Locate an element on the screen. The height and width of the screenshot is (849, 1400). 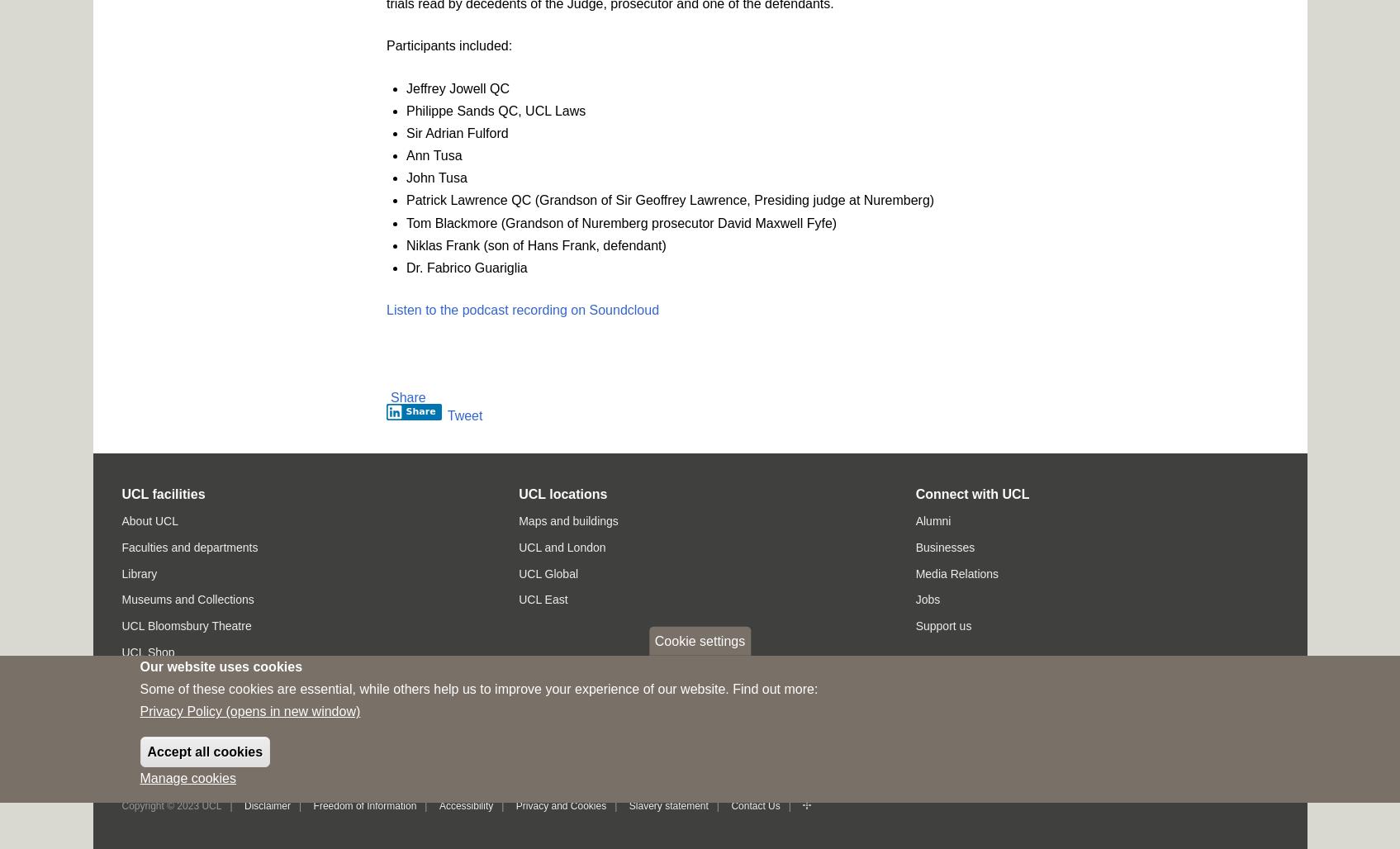
'Media Relations' is located at coordinates (956, 573).